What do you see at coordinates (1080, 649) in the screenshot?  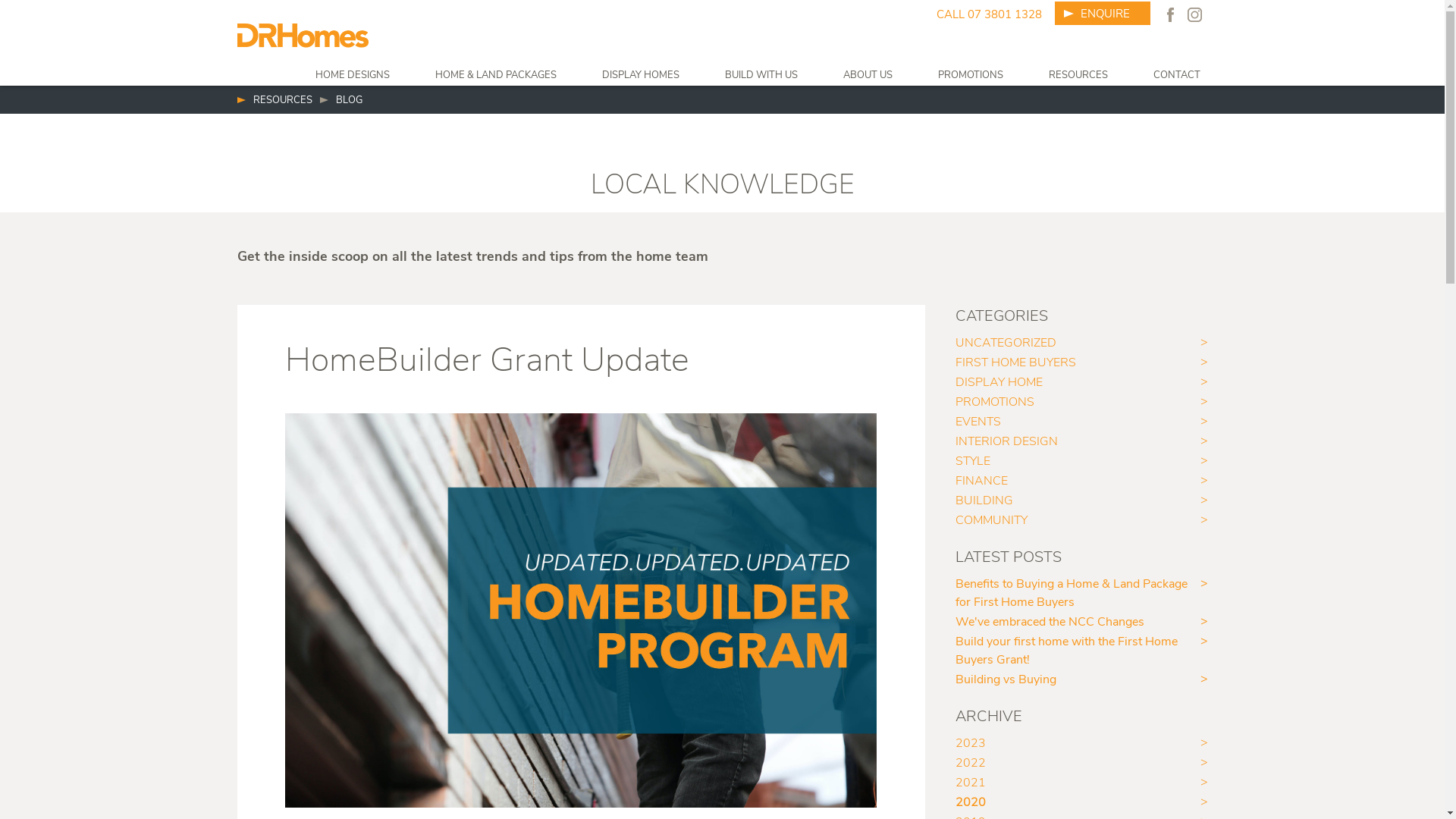 I see `'Build your first home with the First Home Buyers Grant!'` at bounding box center [1080, 649].